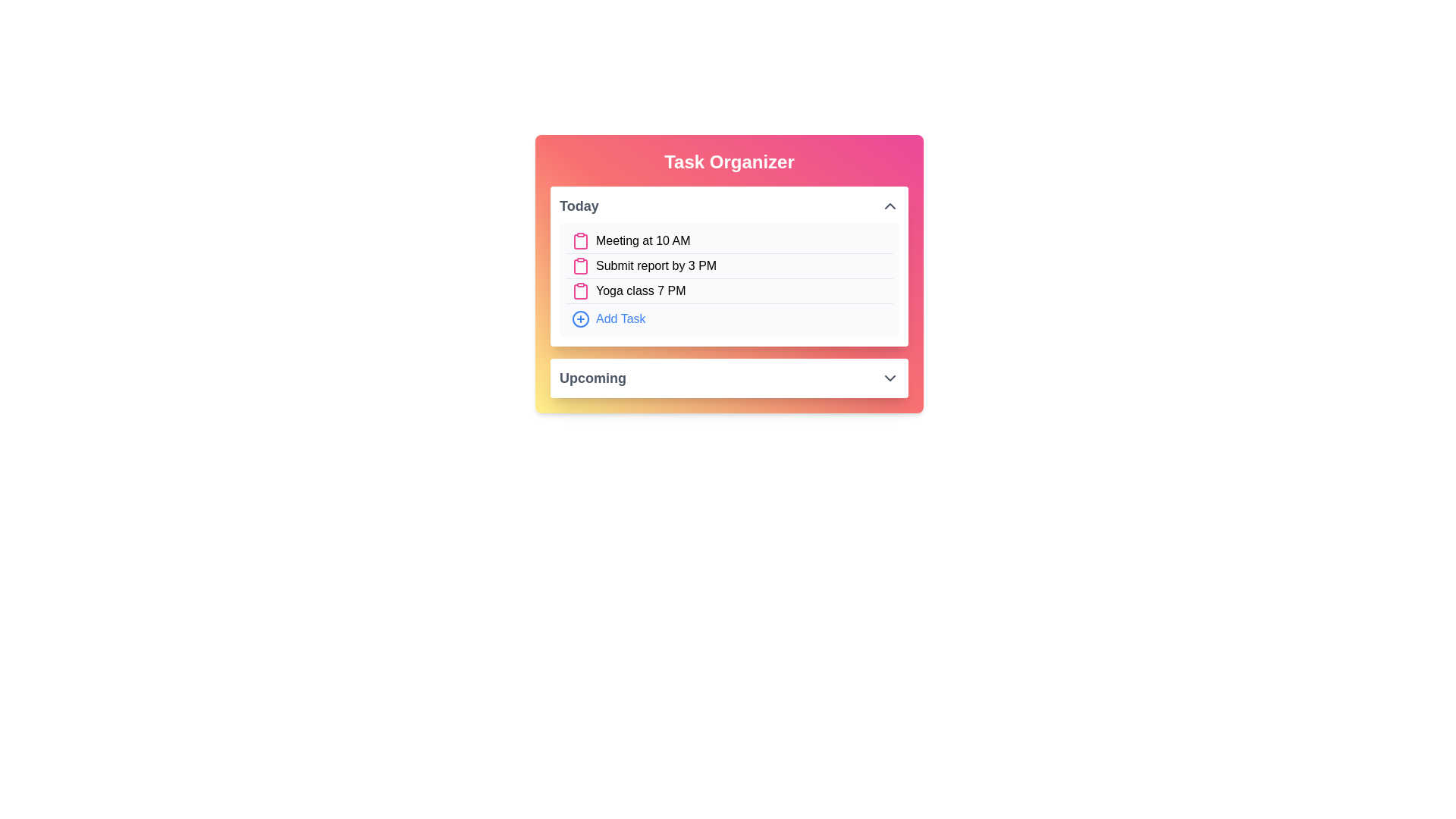 The width and height of the screenshot is (1456, 819). What do you see at coordinates (580, 318) in the screenshot?
I see `the icon to the left of the 'Add Task' text in the 'Task Organizer' interface` at bounding box center [580, 318].